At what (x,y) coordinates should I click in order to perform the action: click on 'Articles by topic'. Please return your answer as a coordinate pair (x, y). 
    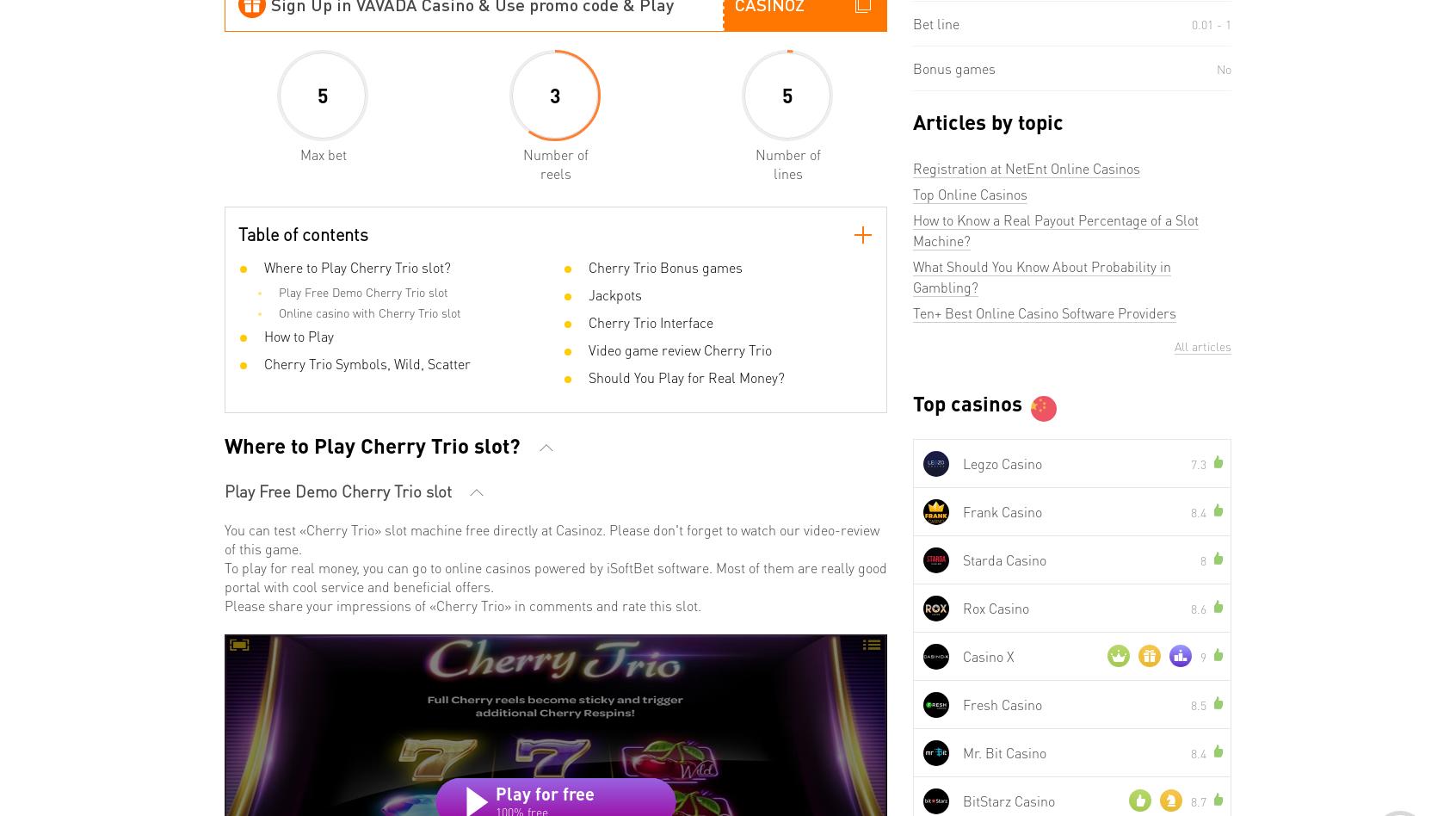
    Looking at the image, I should click on (987, 121).